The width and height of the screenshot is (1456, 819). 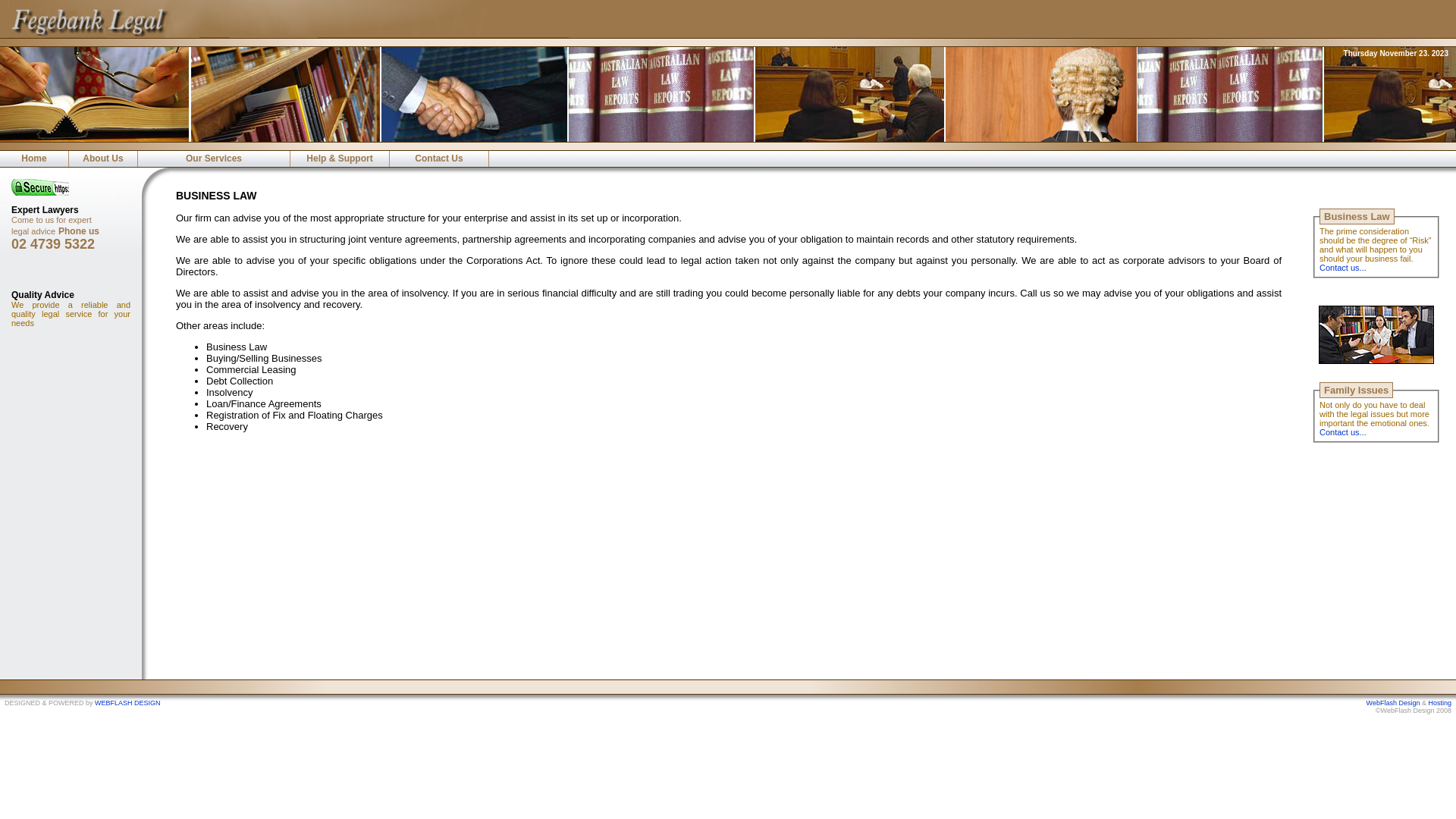 I want to click on 'Contact Us', so click(x=438, y=158).